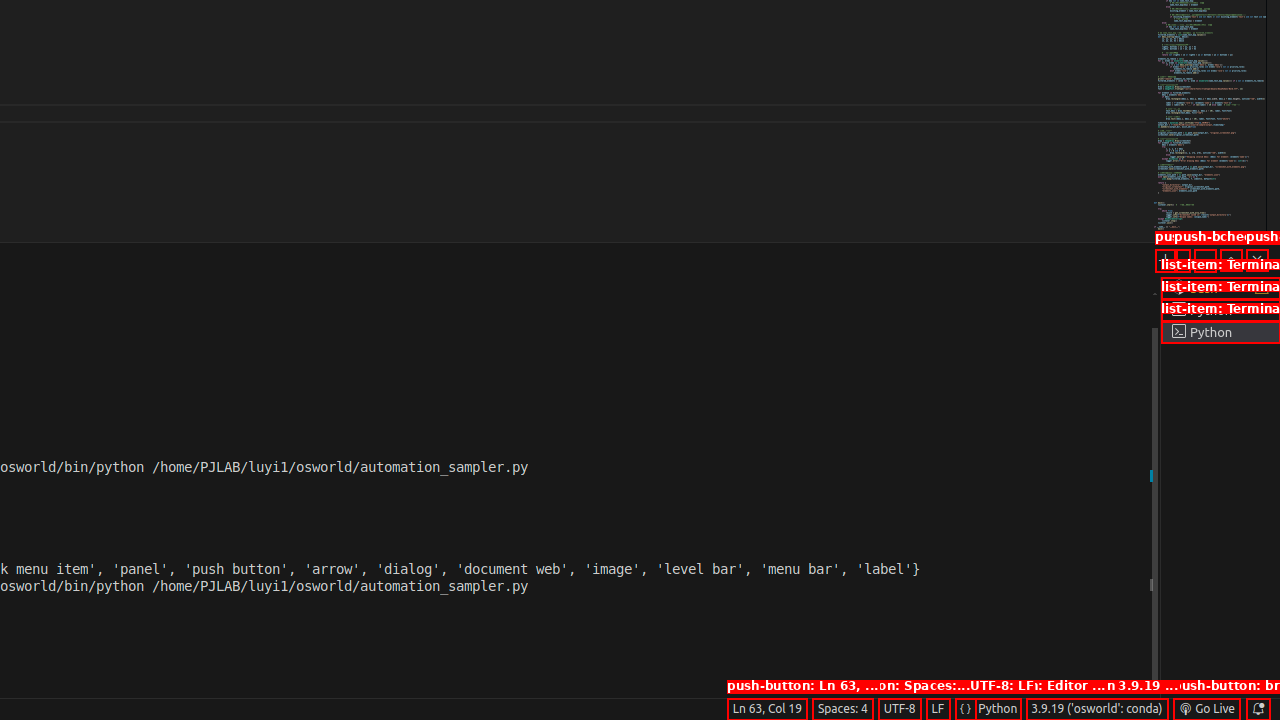 This screenshot has width=1280, height=720. Describe the element at coordinates (1219, 310) in the screenshot. I see `'Terminal 2 Python'` at that location.